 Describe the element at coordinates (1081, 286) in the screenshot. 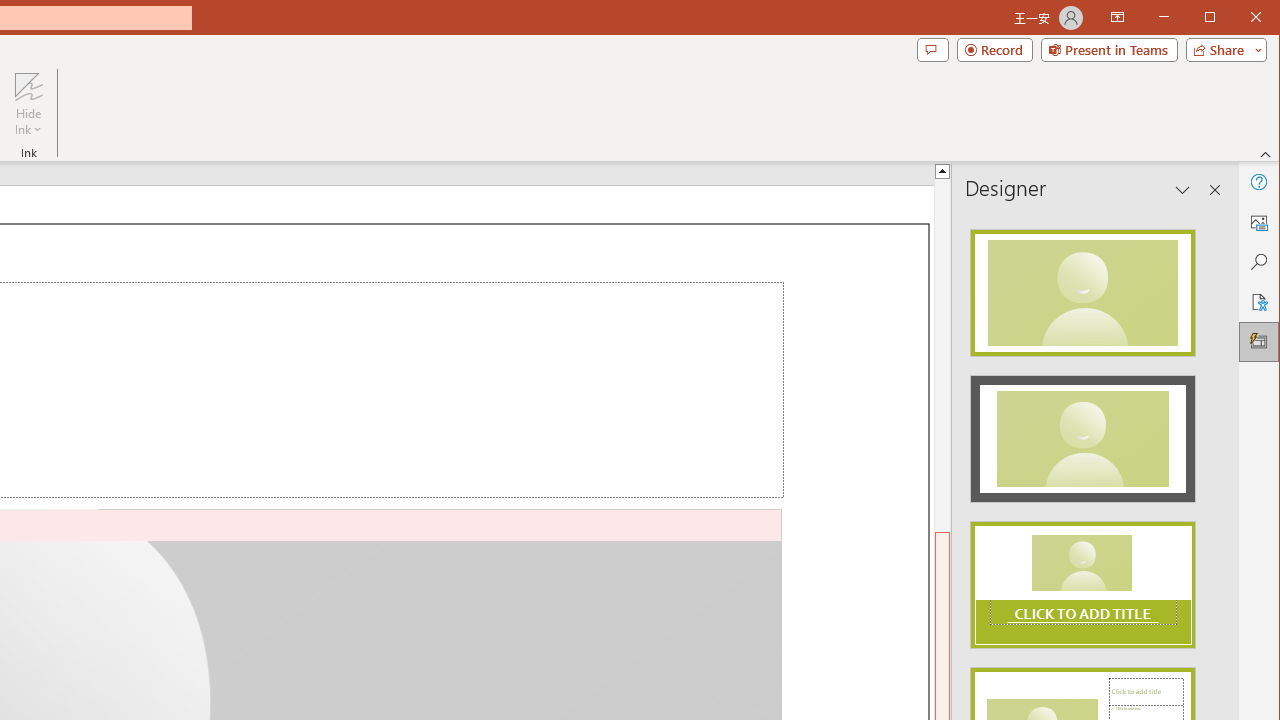

I see `'Recommended Design: Design Idea'` at that location.